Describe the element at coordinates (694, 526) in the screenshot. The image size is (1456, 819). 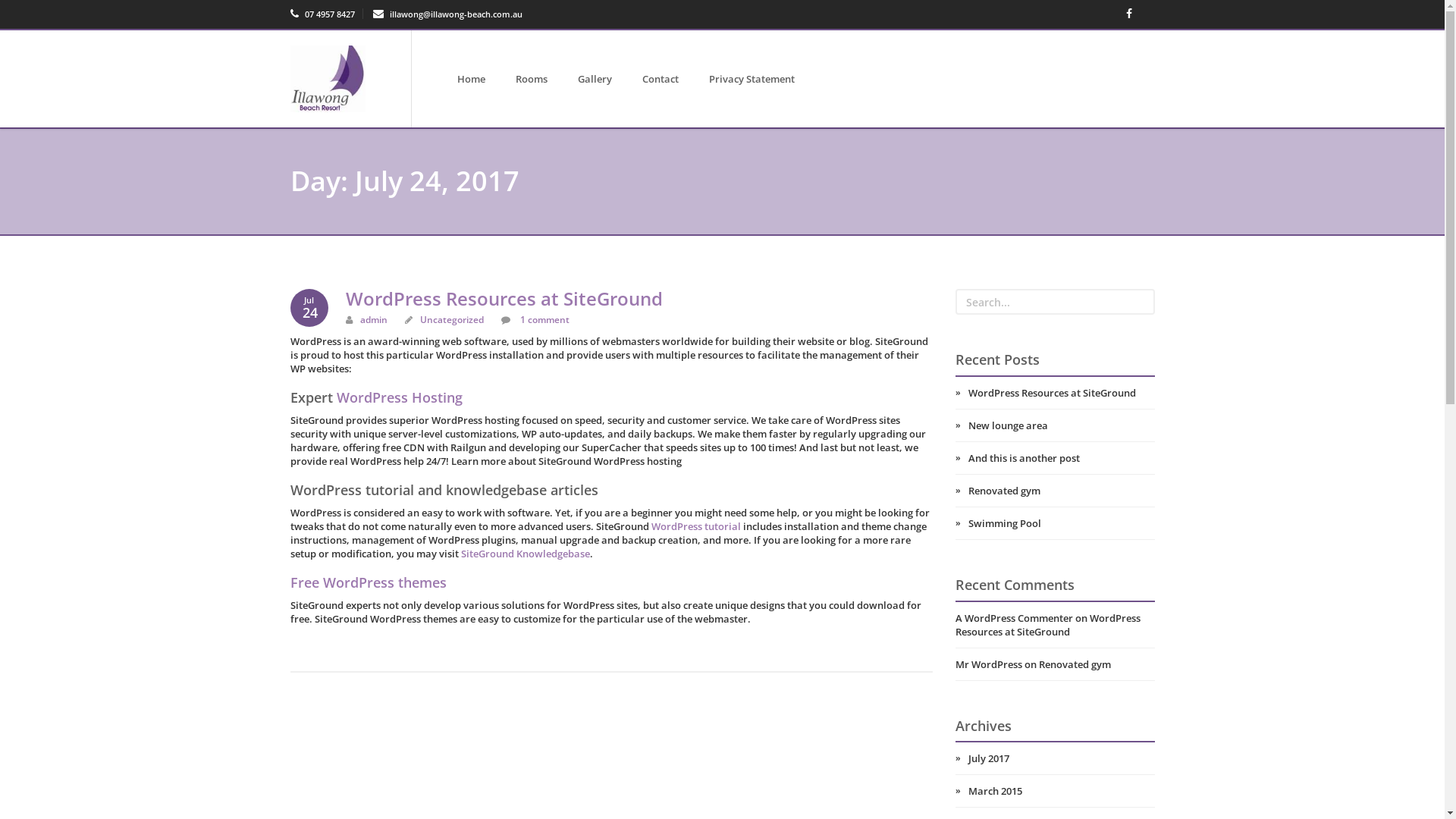
I see `'WordPress tutorial'` at that location.